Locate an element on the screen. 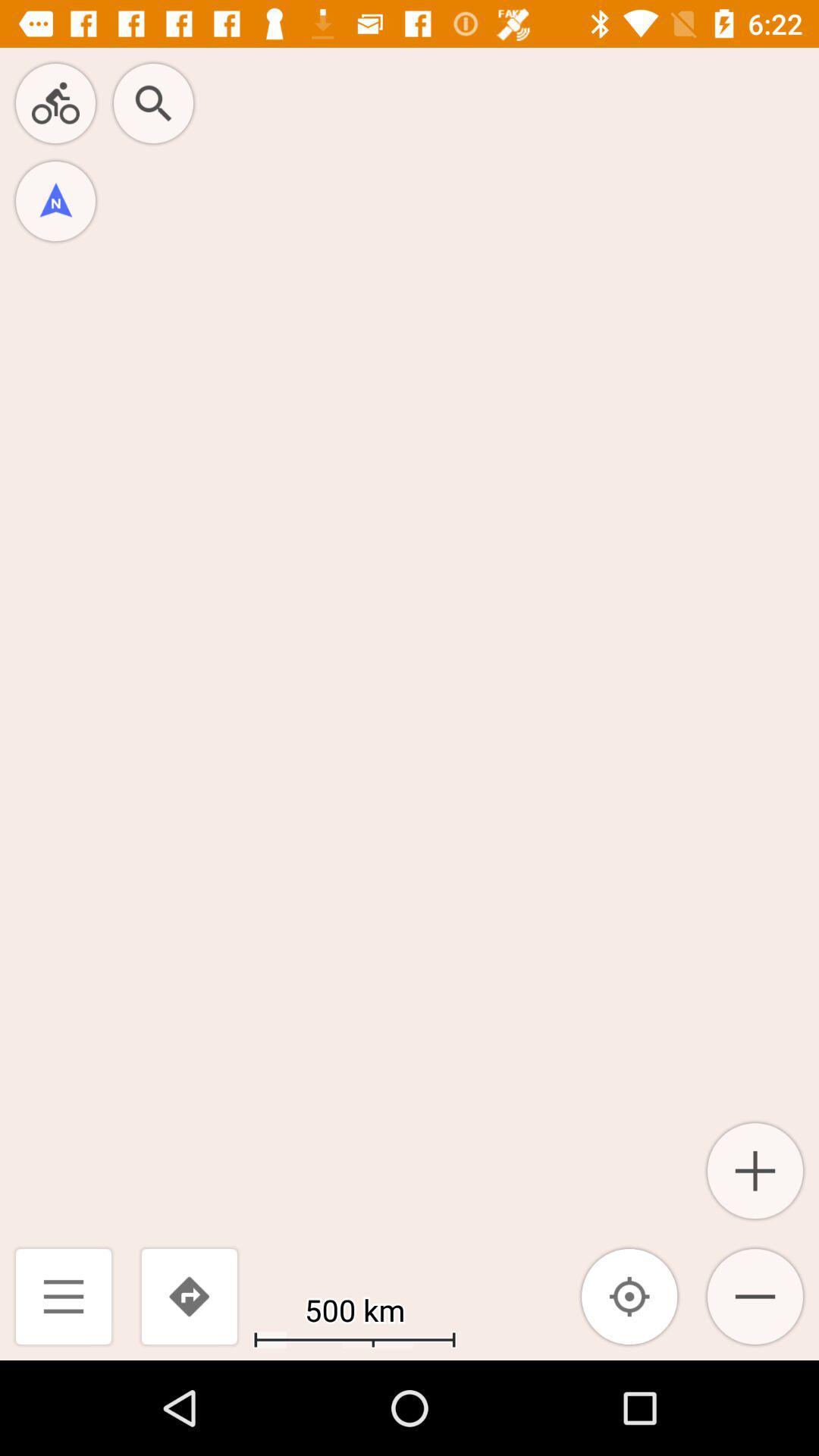  the icon next to the 500 km icon is located at coordinates (188, 1295).